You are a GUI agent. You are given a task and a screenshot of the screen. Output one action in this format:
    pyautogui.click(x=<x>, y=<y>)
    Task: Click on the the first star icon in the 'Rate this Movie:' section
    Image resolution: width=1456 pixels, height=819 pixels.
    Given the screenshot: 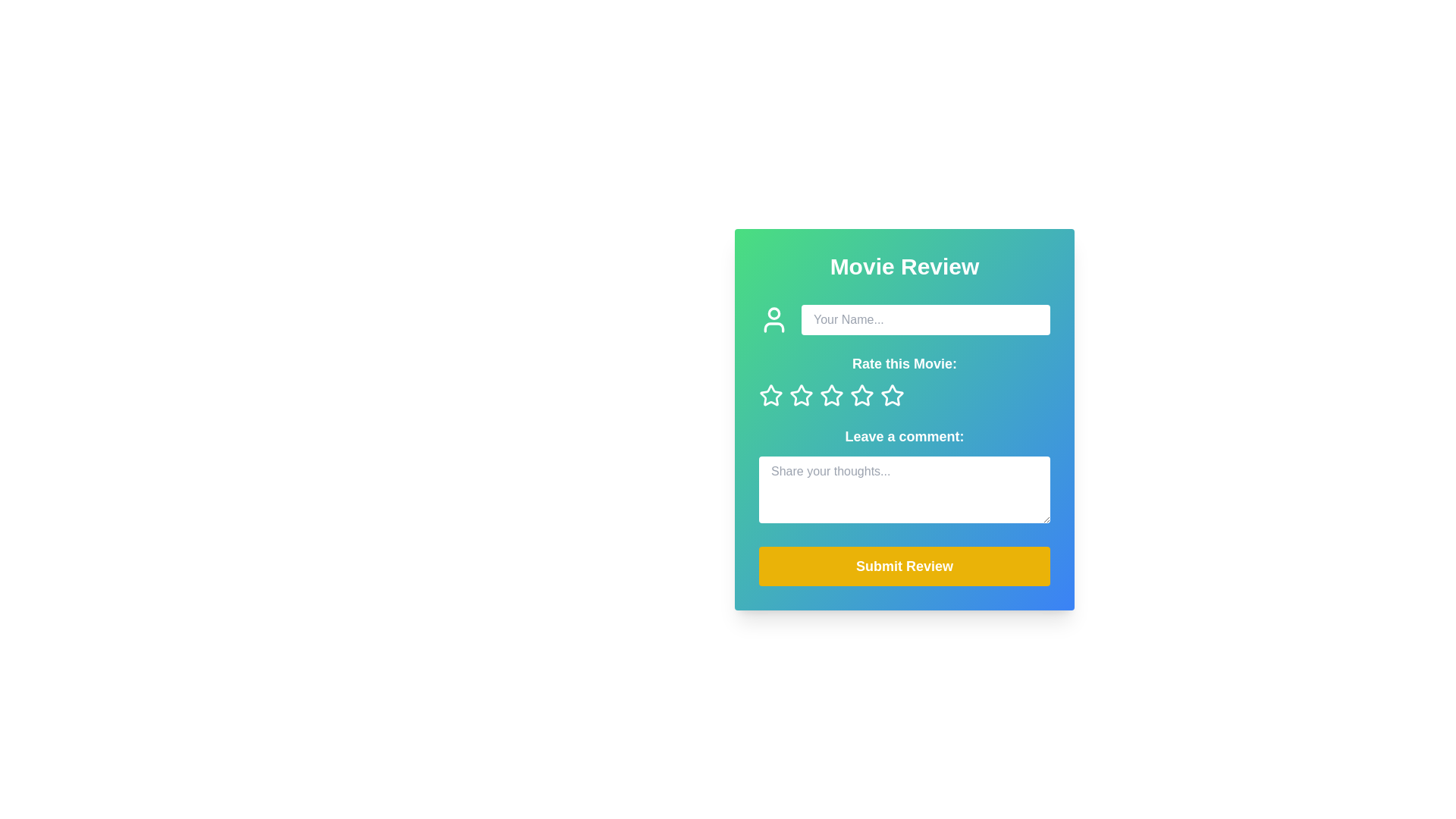 What is the action you would take?
    pyautogui.click(x=771, y=394)
    